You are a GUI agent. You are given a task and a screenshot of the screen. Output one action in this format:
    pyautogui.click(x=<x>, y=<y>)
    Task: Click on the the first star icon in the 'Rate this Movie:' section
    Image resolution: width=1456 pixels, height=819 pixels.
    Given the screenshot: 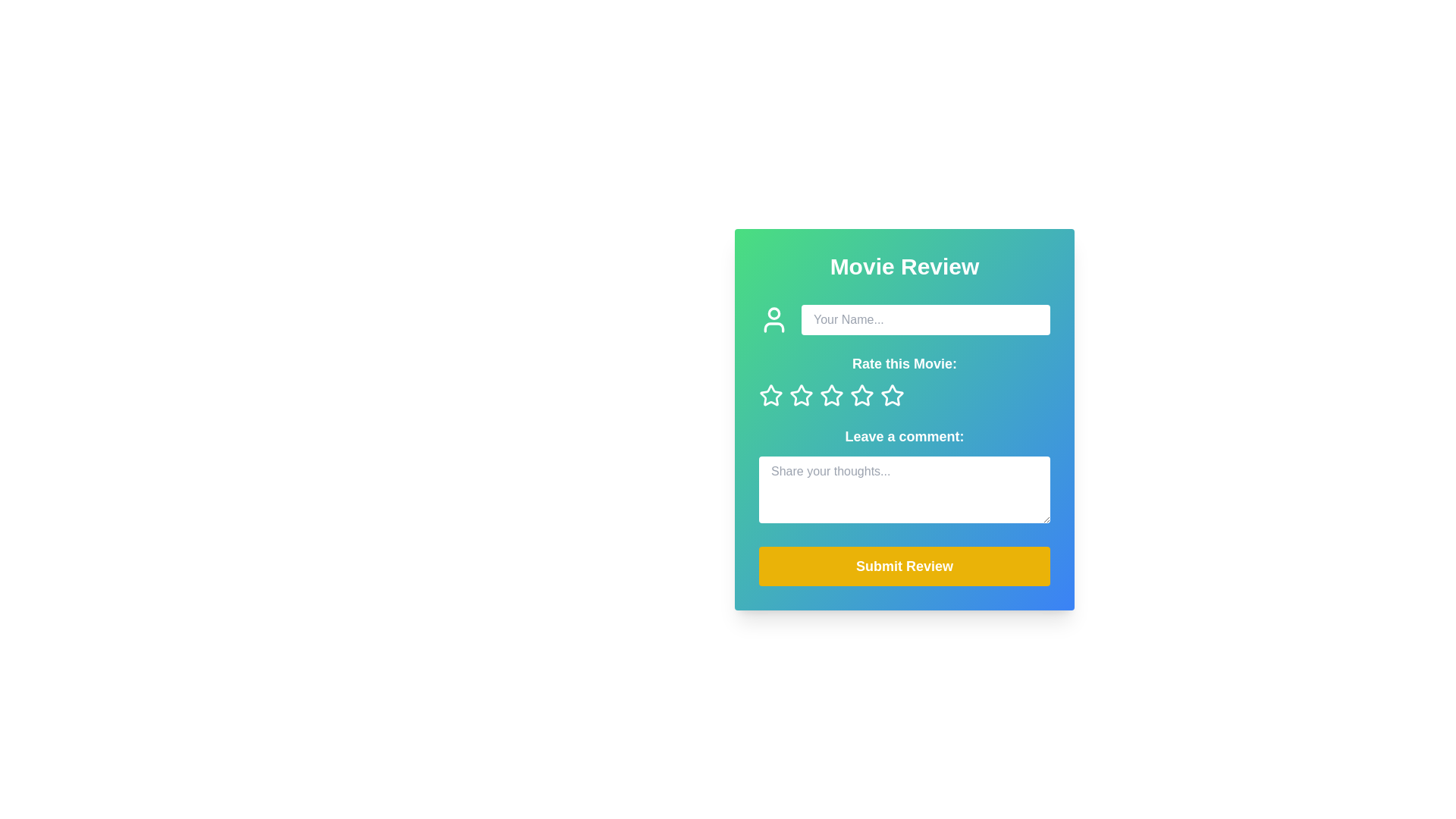 What is the action you would take?
    pyautogui.click(x=771, y=394)
    